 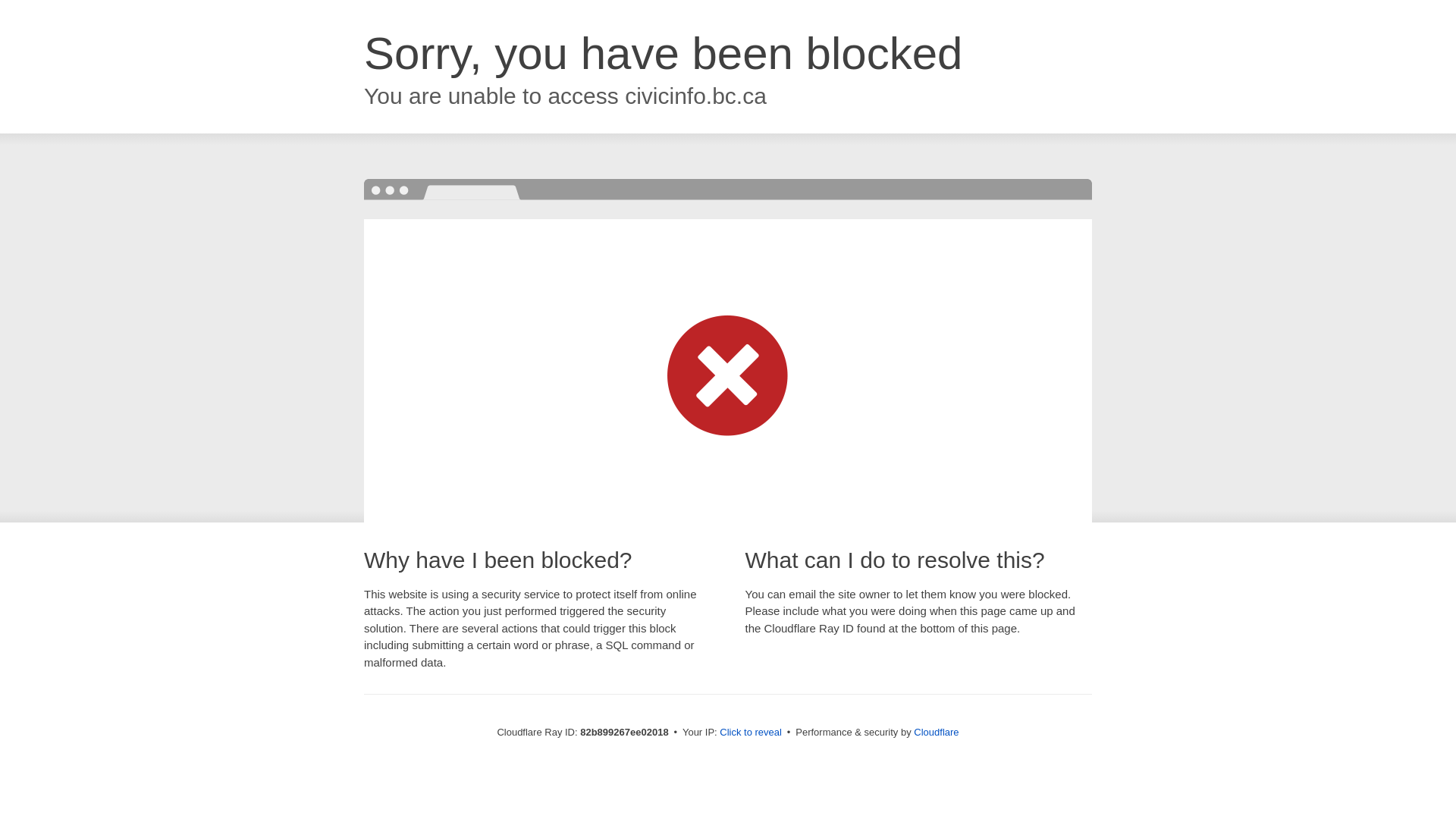 What do you see at coordinates (750, 731) in the screenshot?
I see `'Click to reveal'` at bounding box center [750, 731].